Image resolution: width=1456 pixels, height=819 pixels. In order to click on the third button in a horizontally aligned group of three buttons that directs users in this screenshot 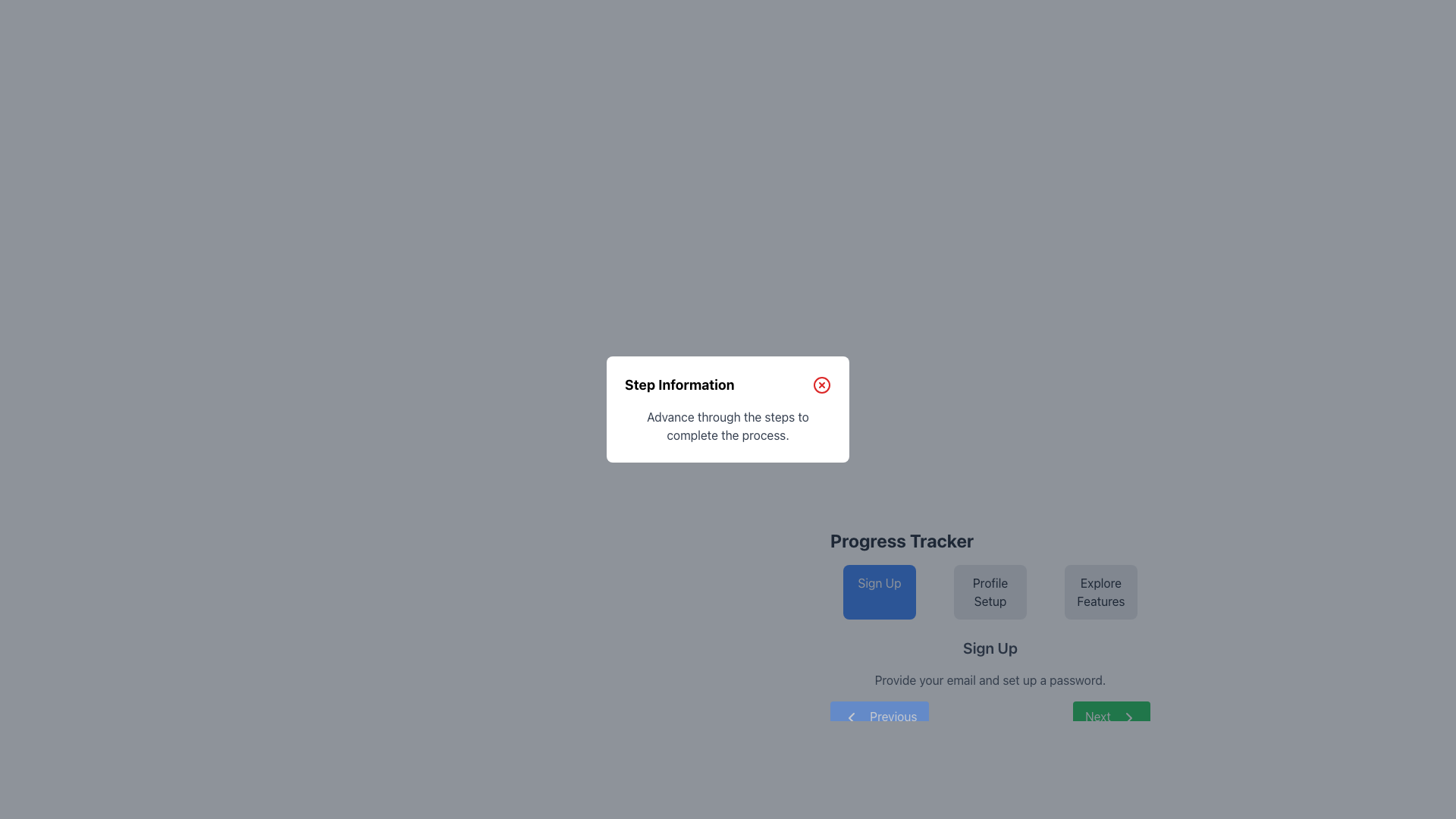, I will do `click(1100, 591)`.